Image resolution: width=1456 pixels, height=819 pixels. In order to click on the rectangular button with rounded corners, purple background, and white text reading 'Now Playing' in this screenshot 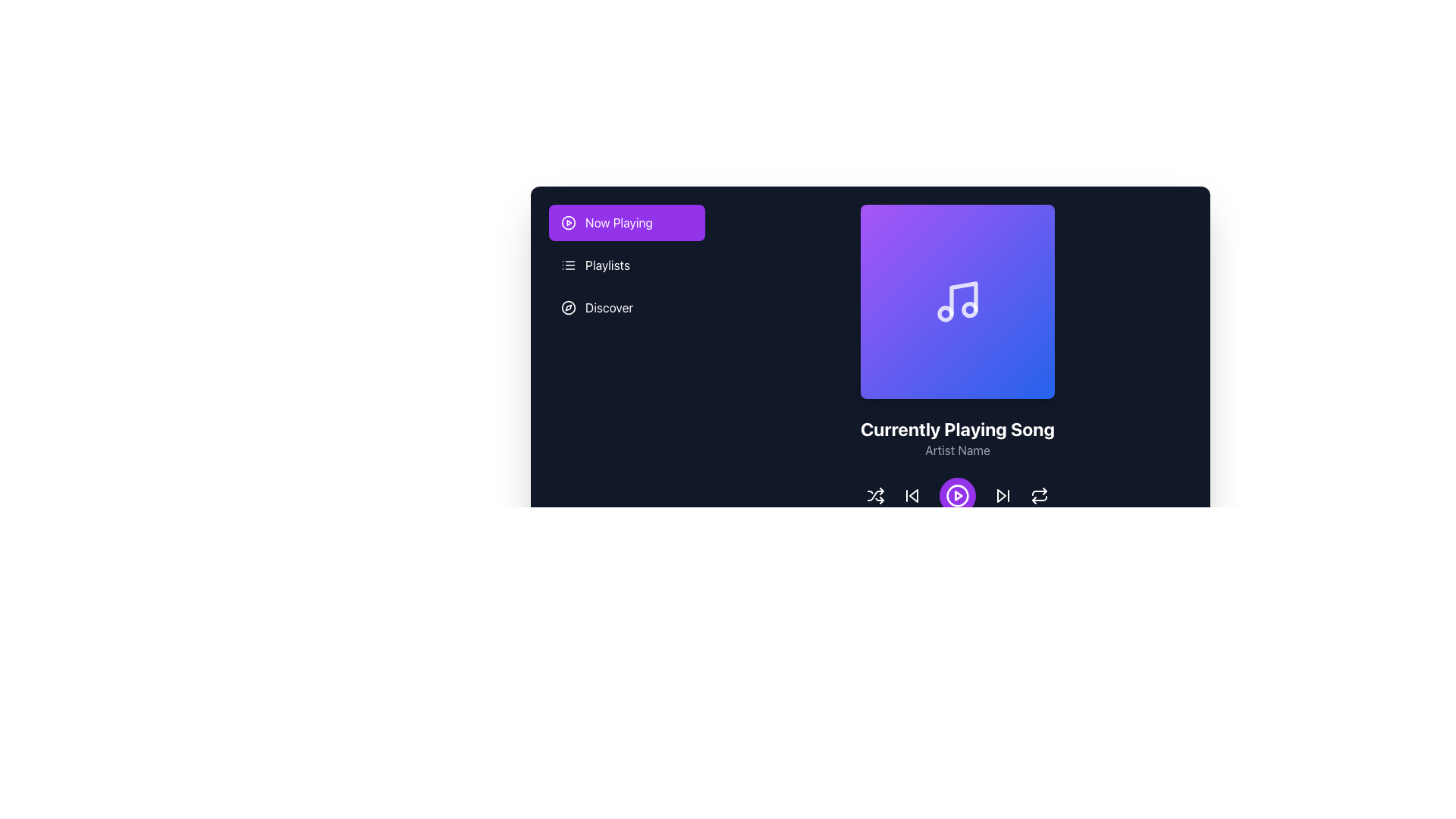, I will do `click(626, 222)`.